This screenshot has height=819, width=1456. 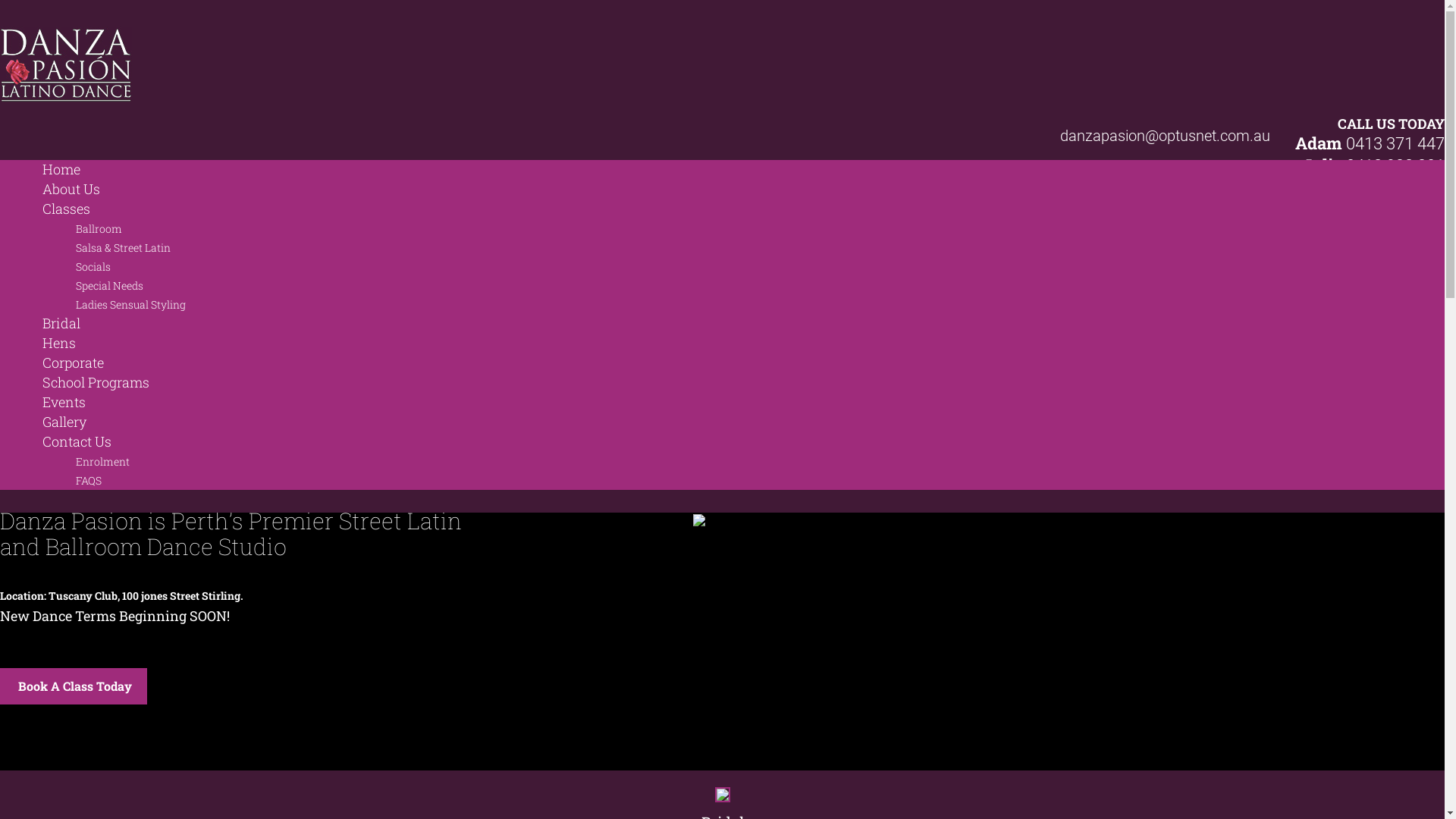 What do you see at coordinates (1395, 165) in the screenshot?
I see `'0418 928 201'` at bounding box center [1395, 165].